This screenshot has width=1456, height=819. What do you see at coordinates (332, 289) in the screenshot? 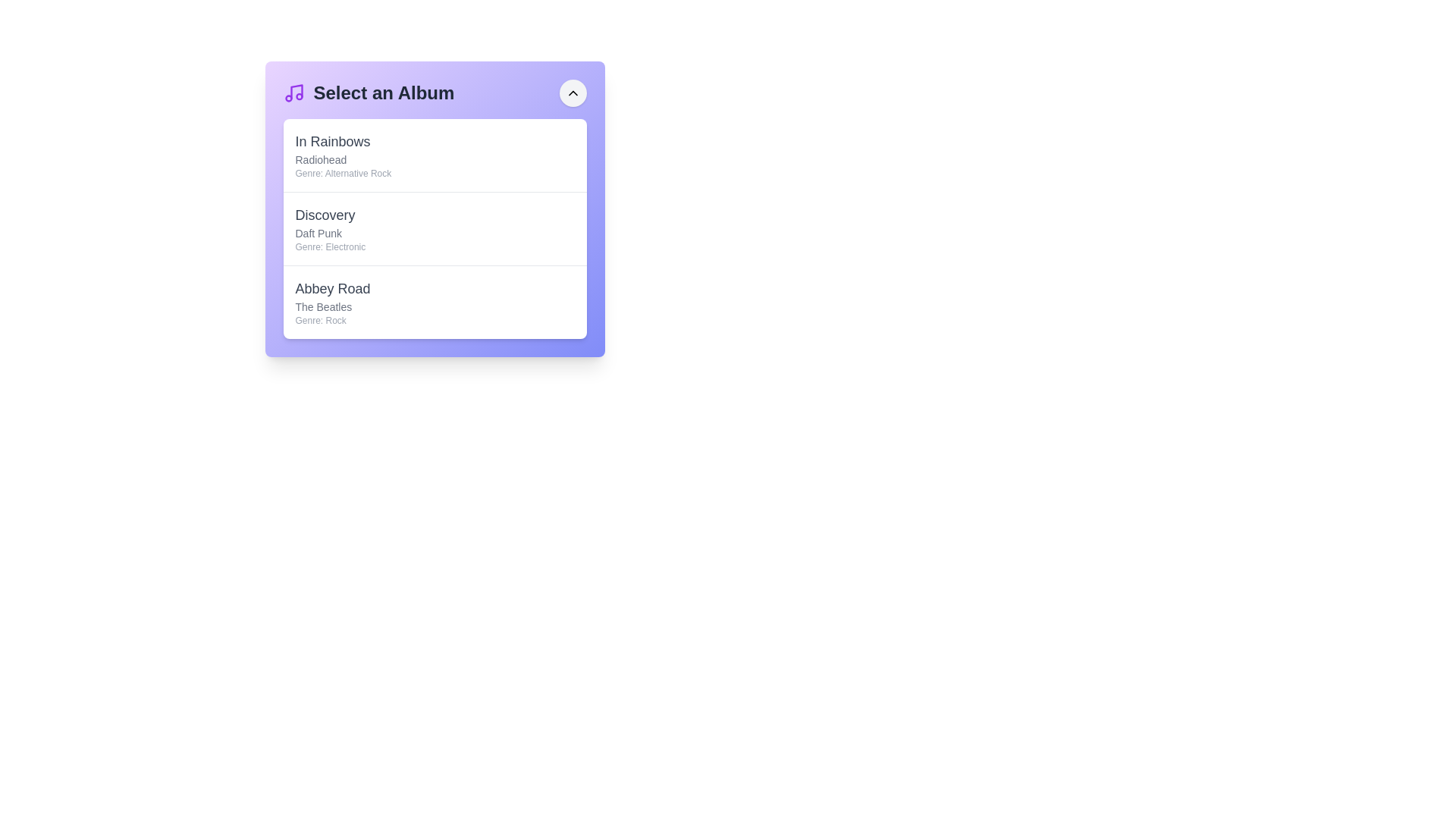
I see `text label displaying 'Abbey Road', which is styled with a medium-sized font and dark gray color, positioned above the text 'The Beatles' in the third group of items within a vertically oriented list` at bounding box center [332, 289].